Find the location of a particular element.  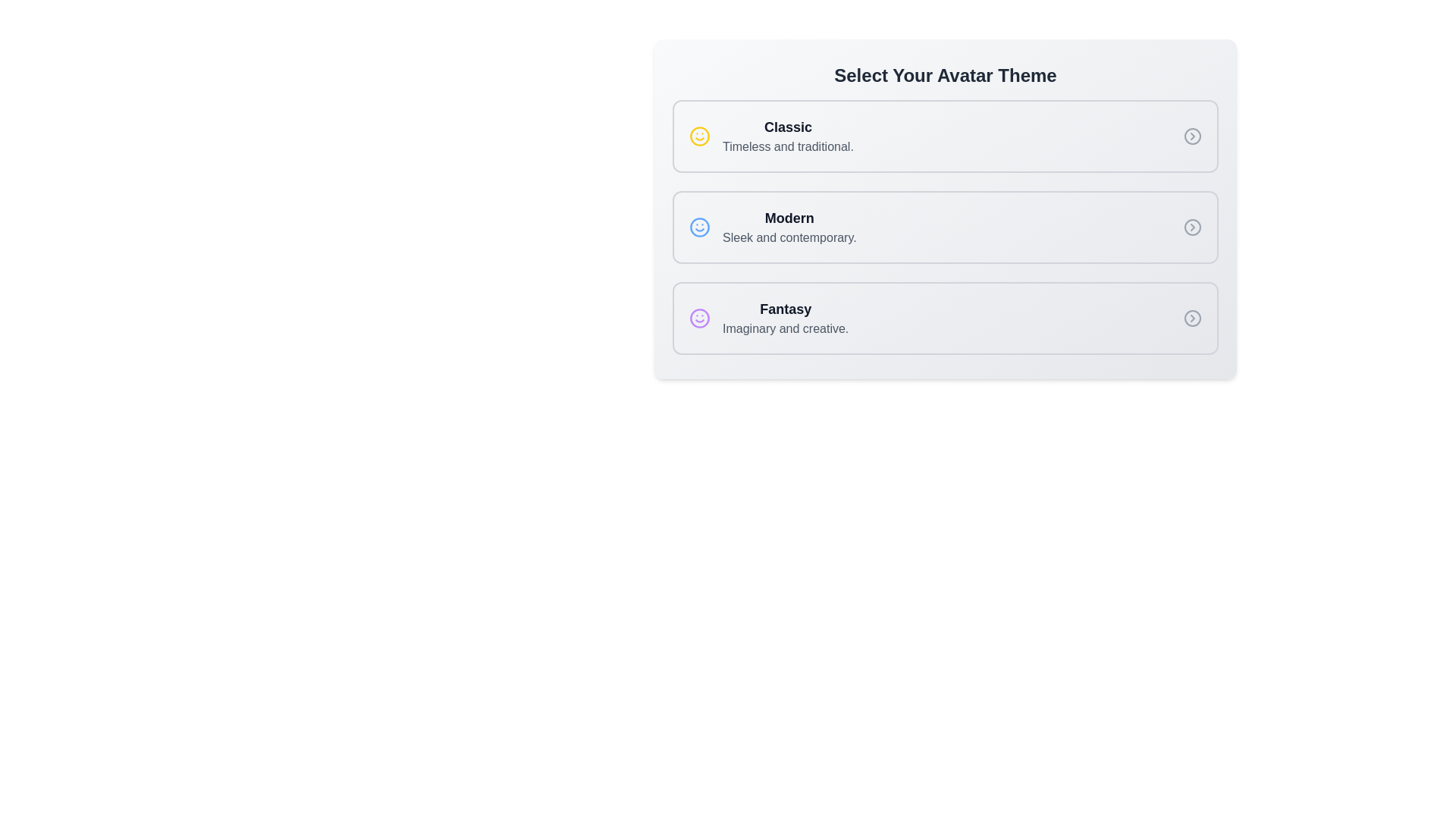

the circular purple icon with a smiling face, located to the left of the text 'Fantasy Imaginary and creative' is located at coordinates (698, 318).